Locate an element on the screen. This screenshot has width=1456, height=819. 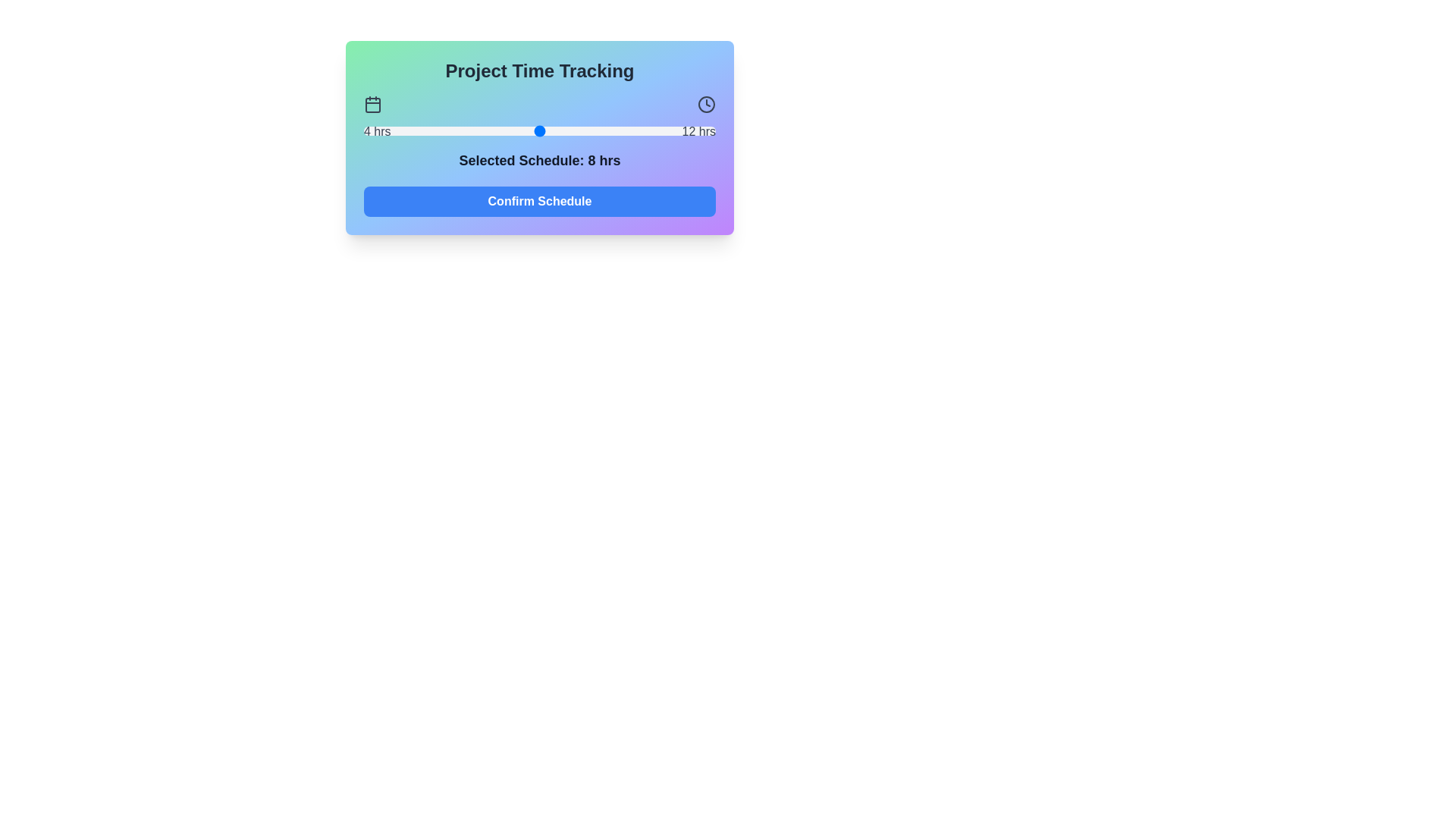
the calendar icon to interact with it is located at coordinates (372, 104).